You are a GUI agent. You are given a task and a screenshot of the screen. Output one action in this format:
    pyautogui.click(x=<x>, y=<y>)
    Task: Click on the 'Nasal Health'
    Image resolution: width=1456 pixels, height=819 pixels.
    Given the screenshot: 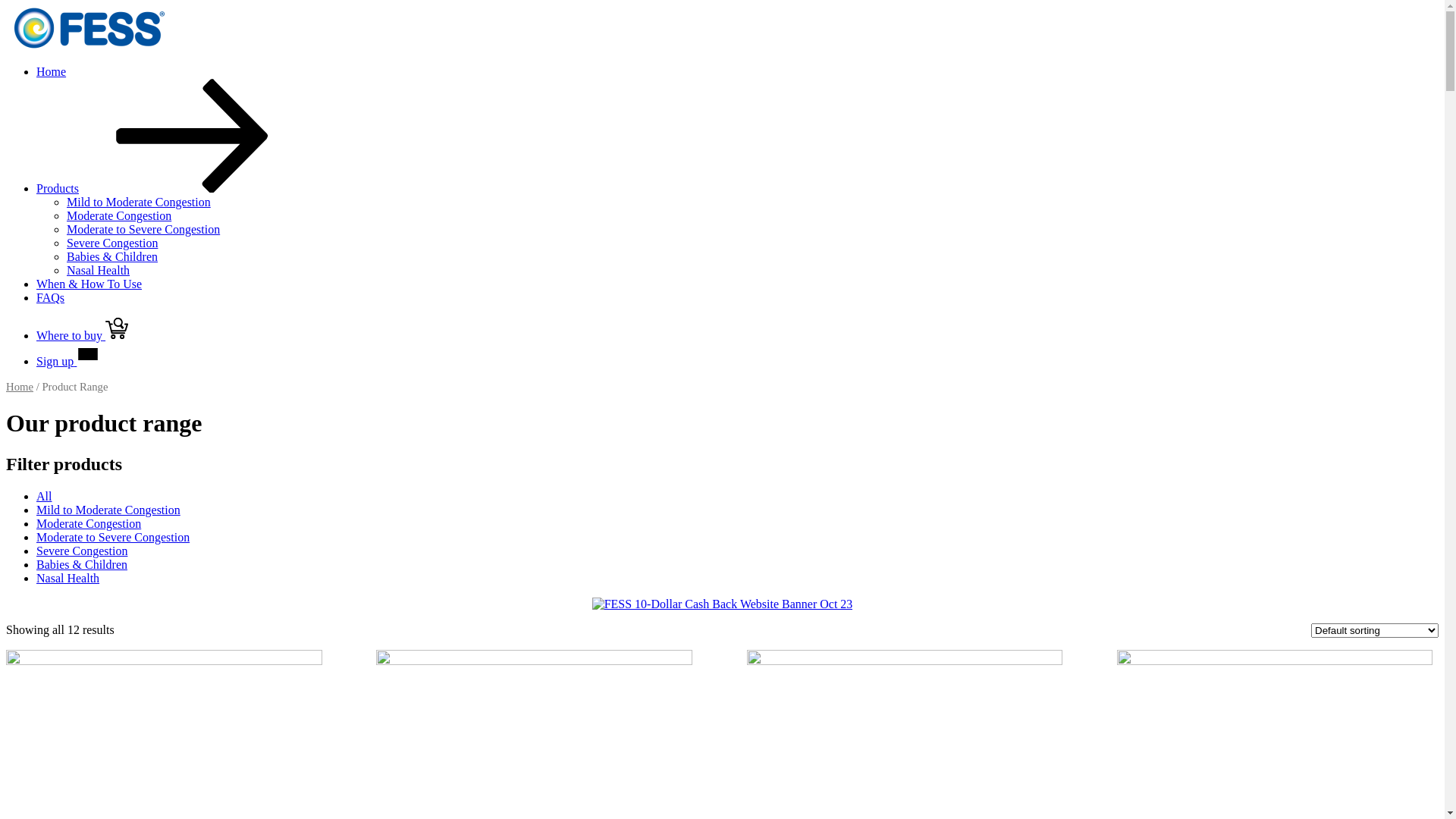 What is the action you would take?
    pyautogui.click(x=67, y=578)
    